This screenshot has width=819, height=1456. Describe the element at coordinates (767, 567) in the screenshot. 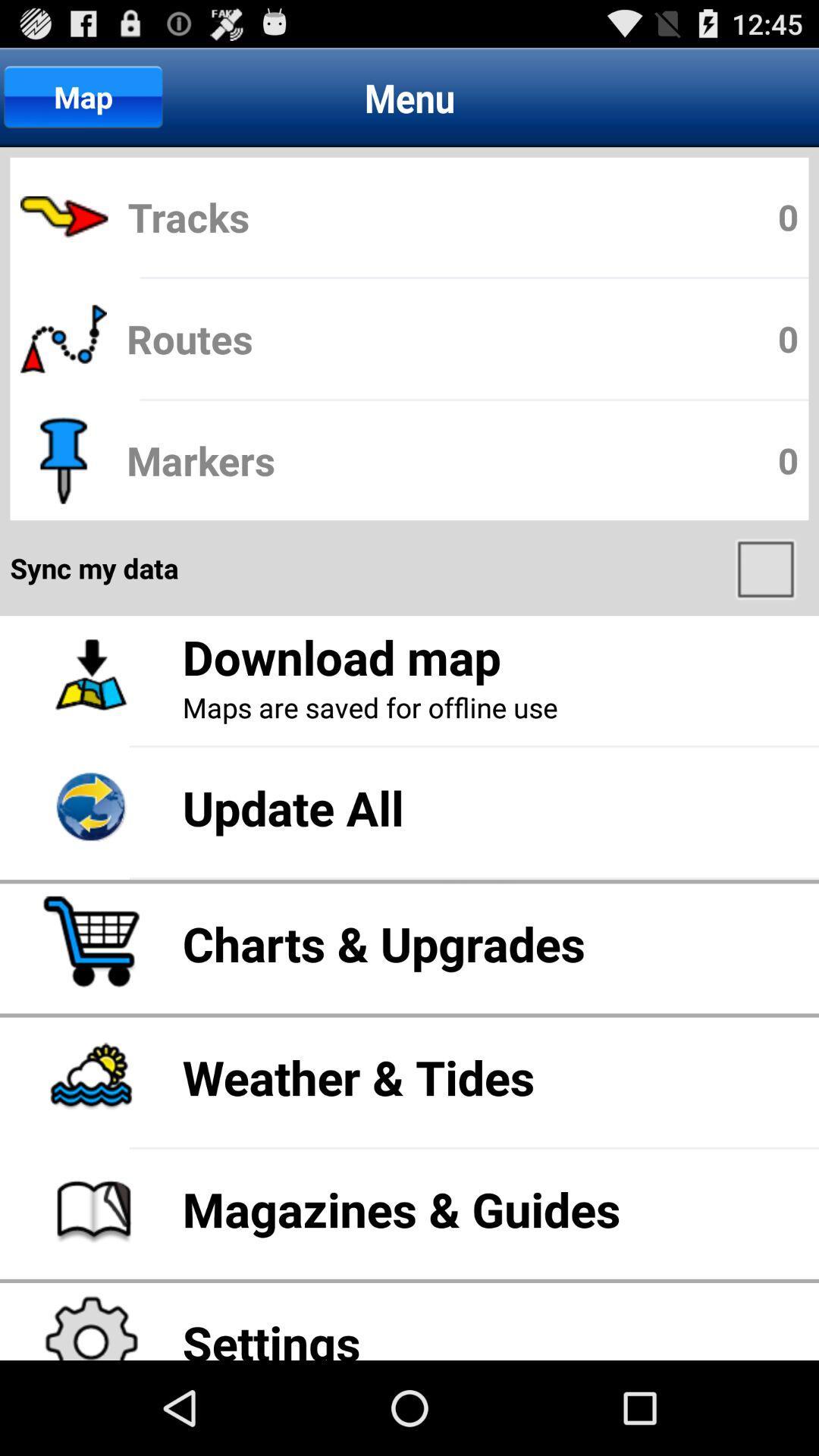

I see `app below markers icon` at that location.